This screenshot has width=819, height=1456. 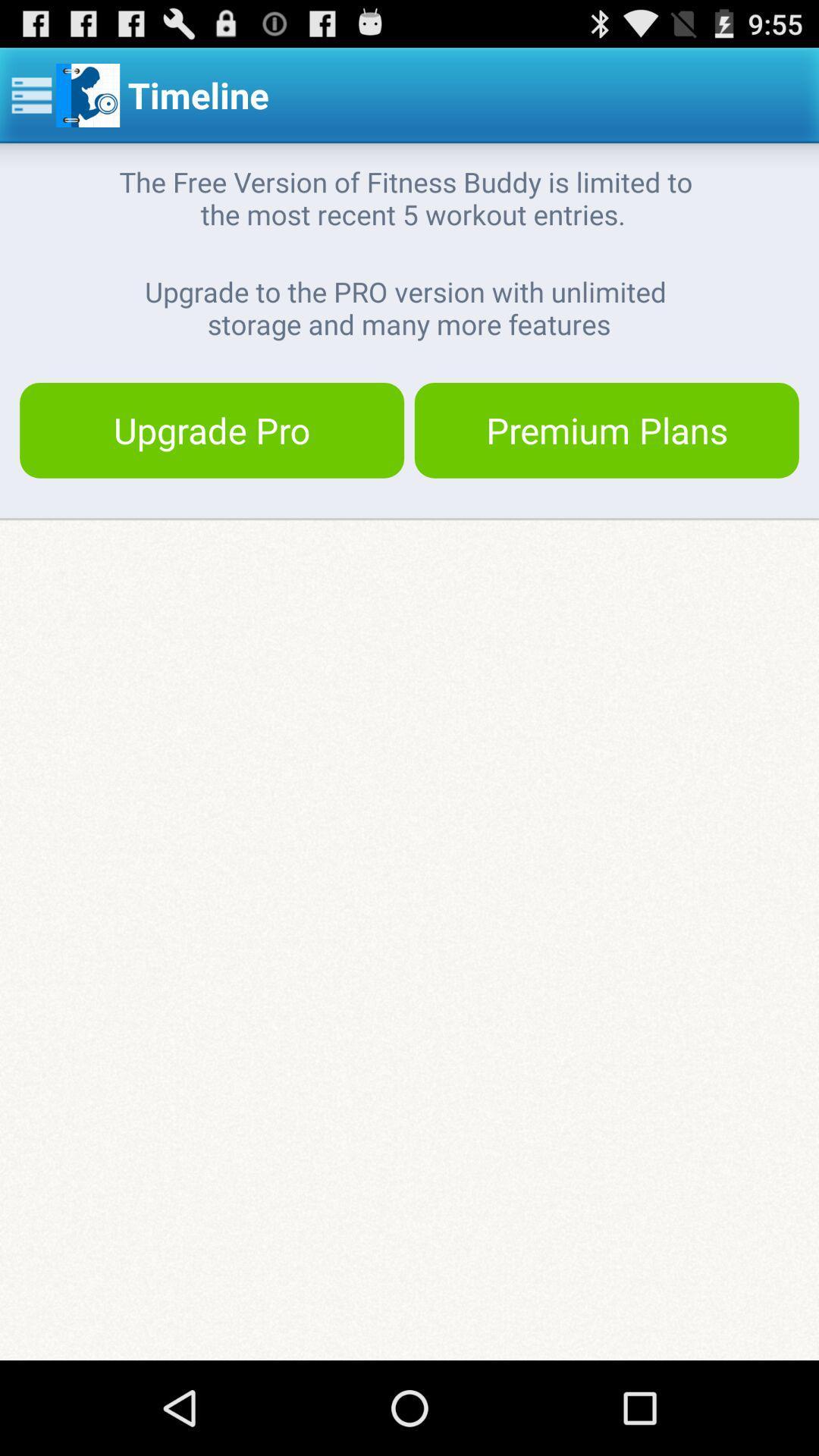 I want to click on the icon to the right of upgrade pro item, so click(x=606, y=429).